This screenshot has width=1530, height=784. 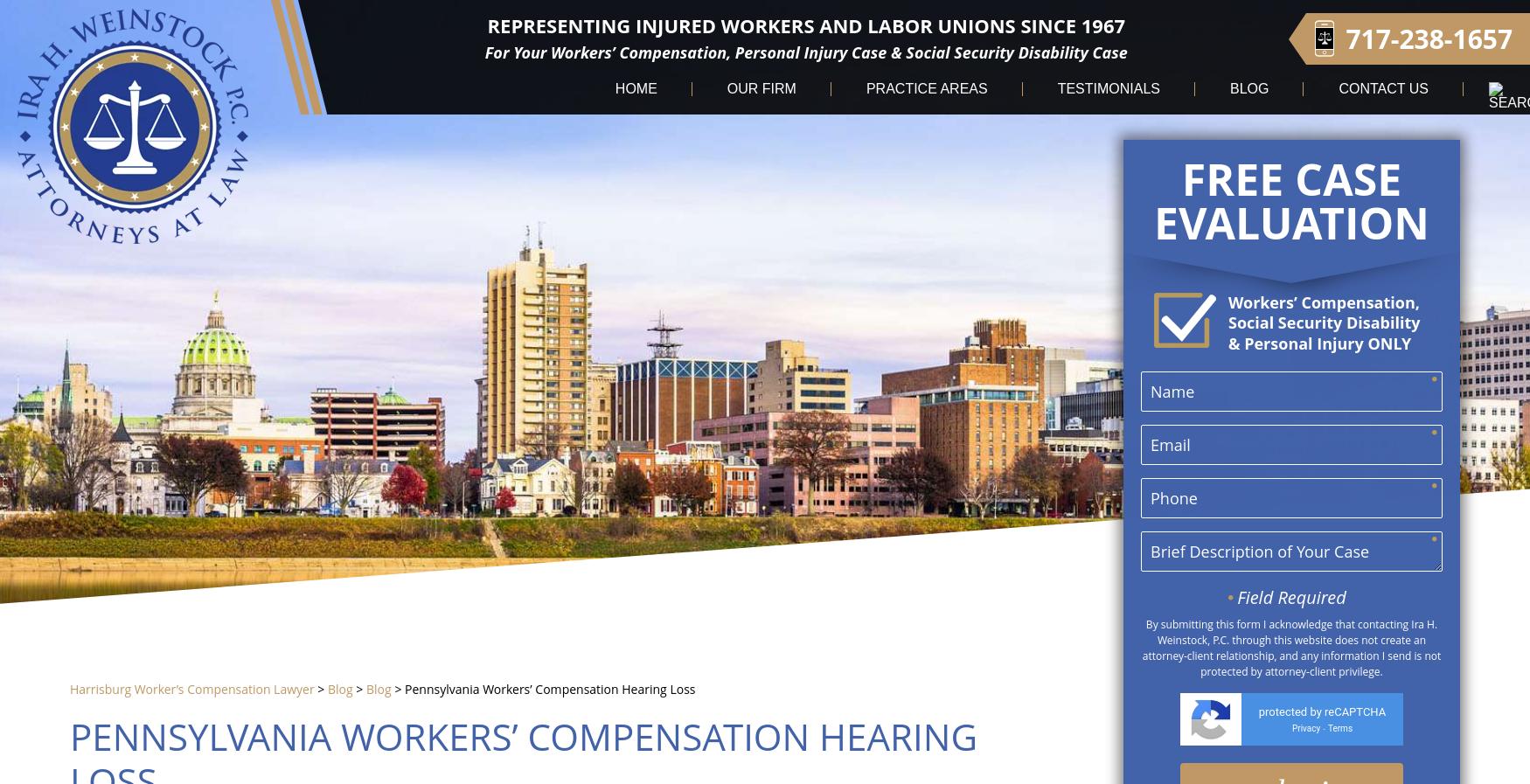 What do you see at coordinates (1305, 728) in the screenshot?
I see `'Privacy'` at bounding box center [1305, 728].